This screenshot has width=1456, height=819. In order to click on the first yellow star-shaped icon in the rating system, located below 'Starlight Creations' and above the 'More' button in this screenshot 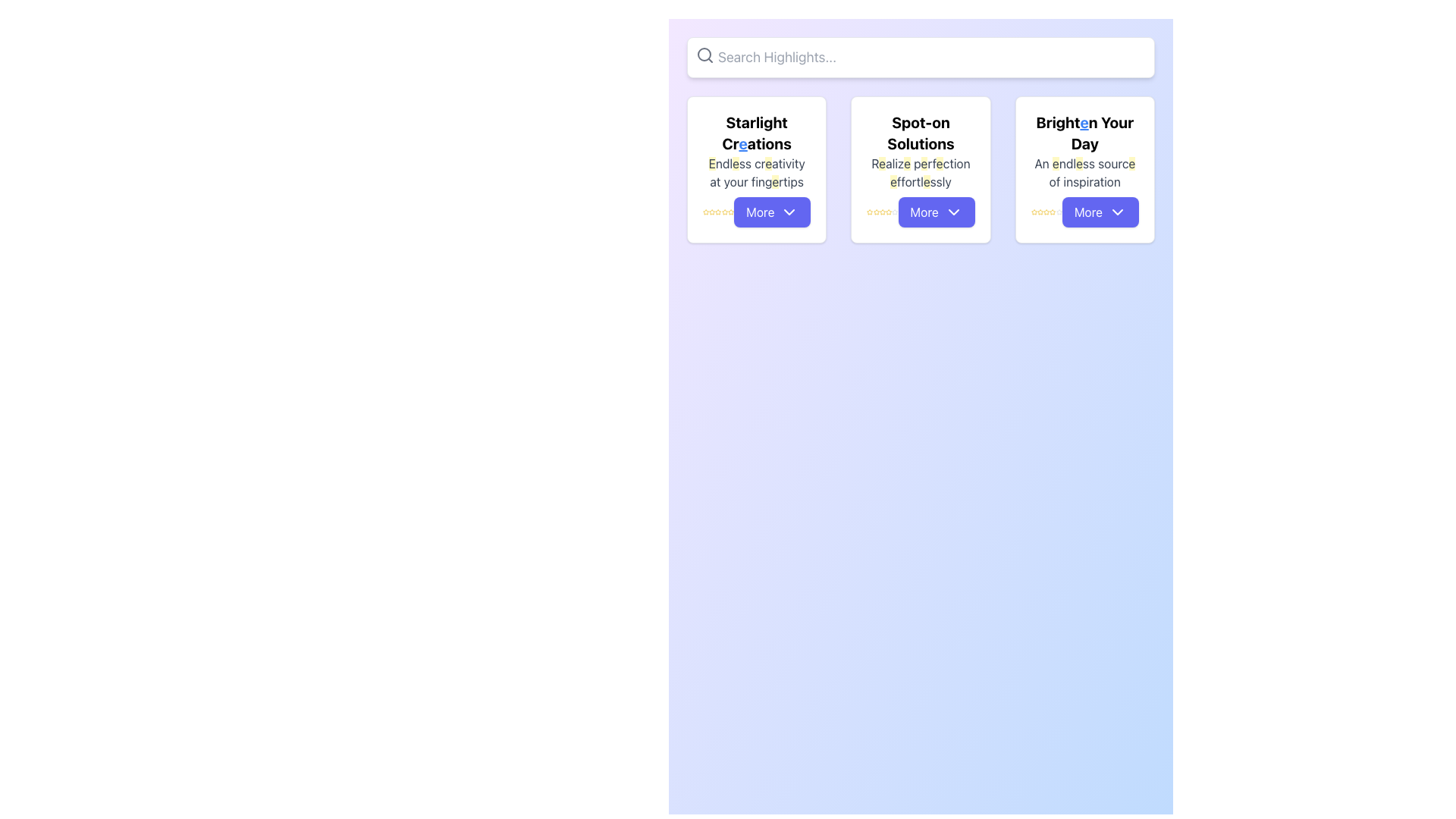, I will do `click(705, 212)`.